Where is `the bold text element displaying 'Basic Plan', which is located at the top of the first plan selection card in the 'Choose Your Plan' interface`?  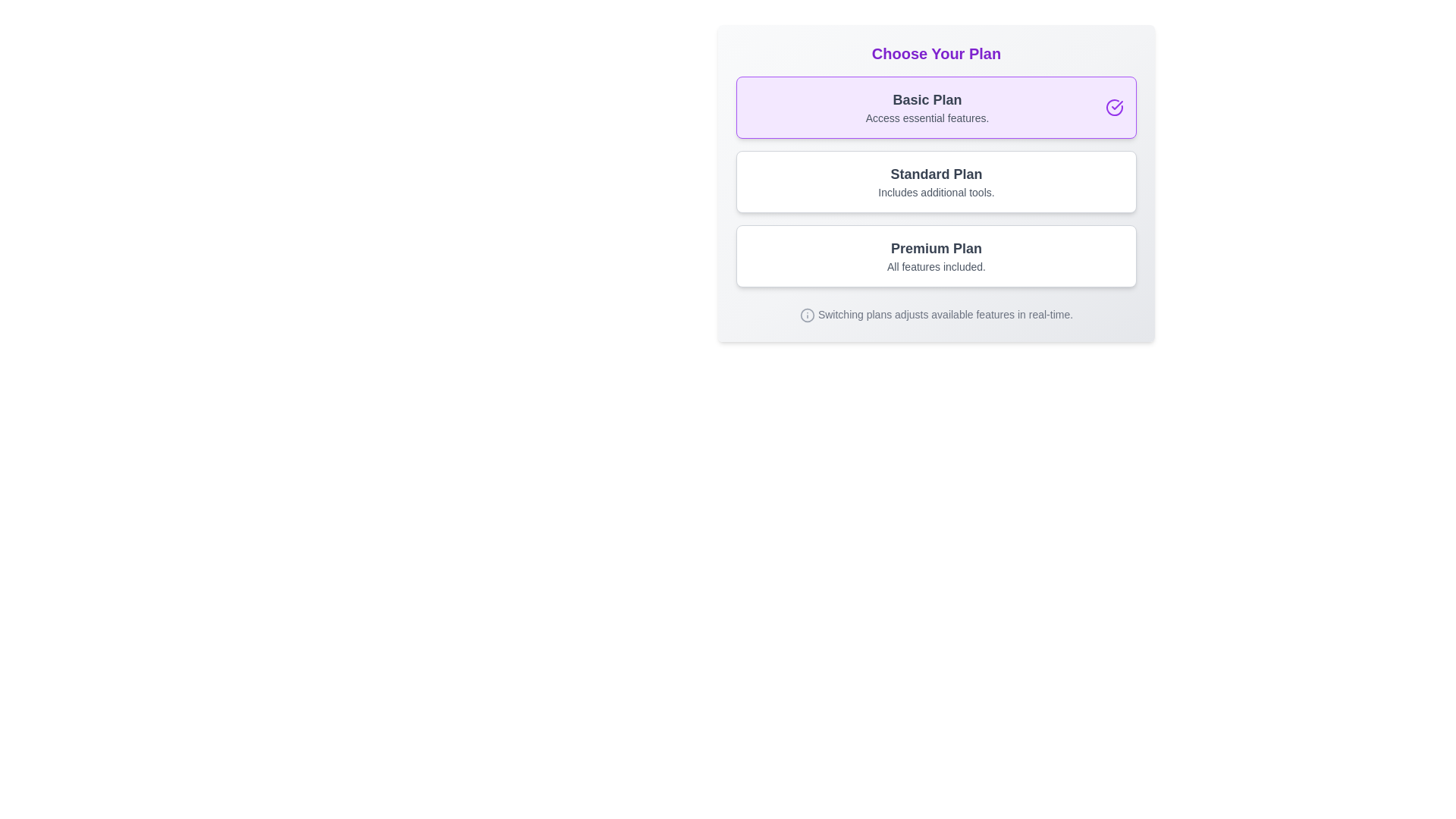 the bold text element displaying 'Basic Plan', which is located at the top of the first plan selection card in the 'Choose Your Plan' interface is located at coordinates (927, 99).